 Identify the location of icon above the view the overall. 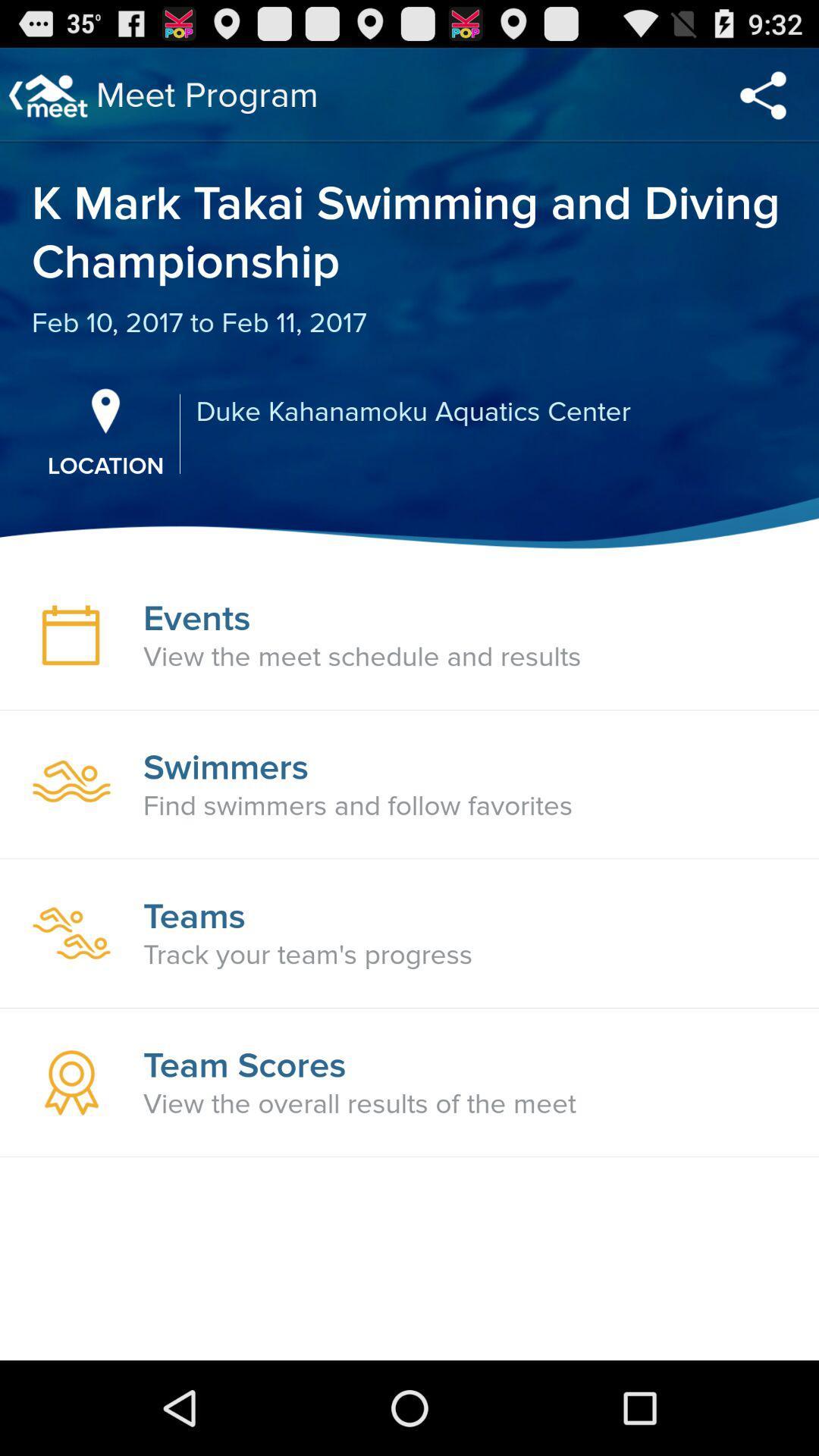
(243, 1065).